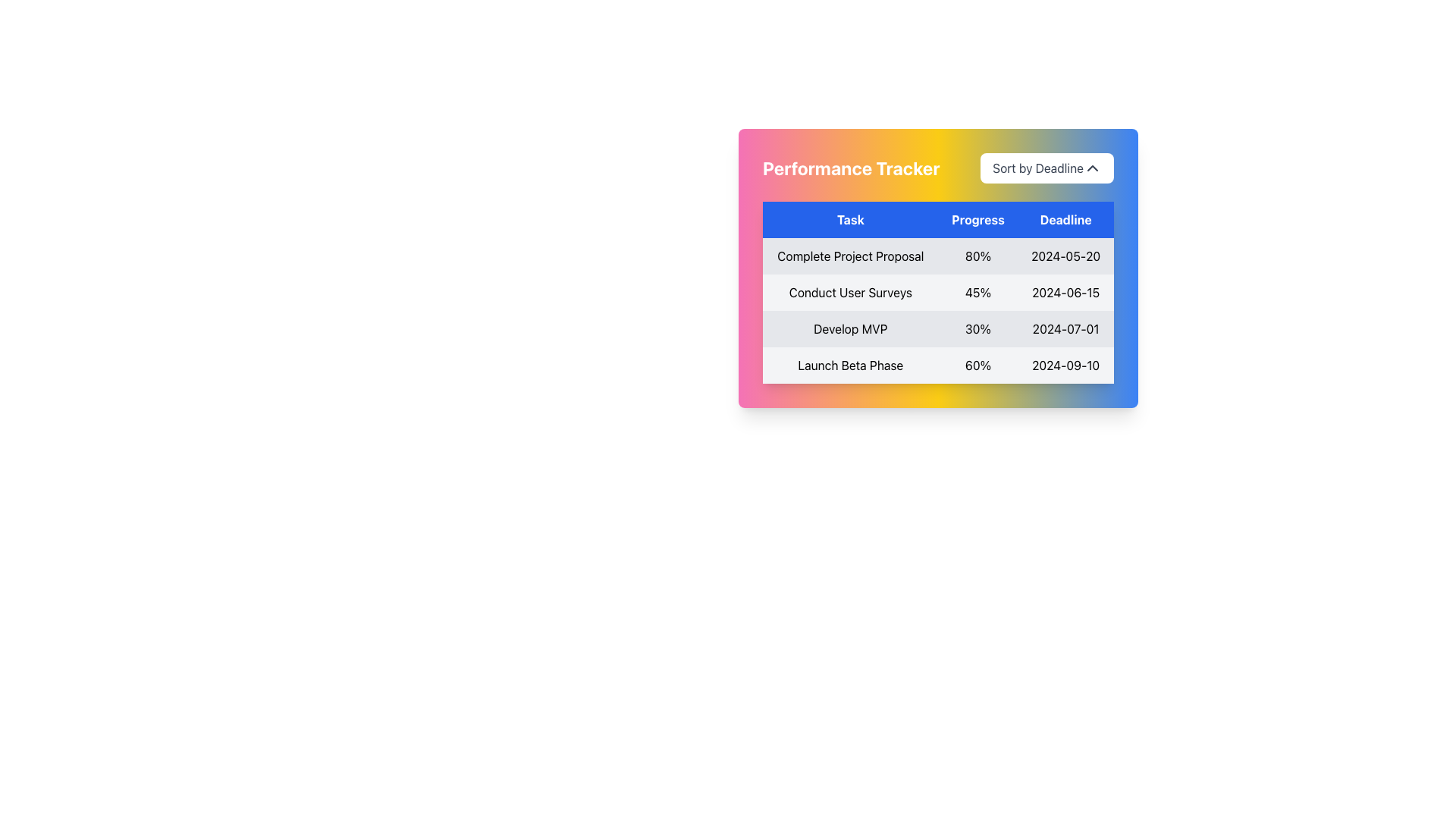 The width and height of the screenshot is (1456, 819). Describe the element at coordinates (978, 328) in the screenshot. I see `the progress indicator text label that displays a percentage, located centrally in the 'Progress' column between 'Develop MVP' and '2024-07-01'` at that location.